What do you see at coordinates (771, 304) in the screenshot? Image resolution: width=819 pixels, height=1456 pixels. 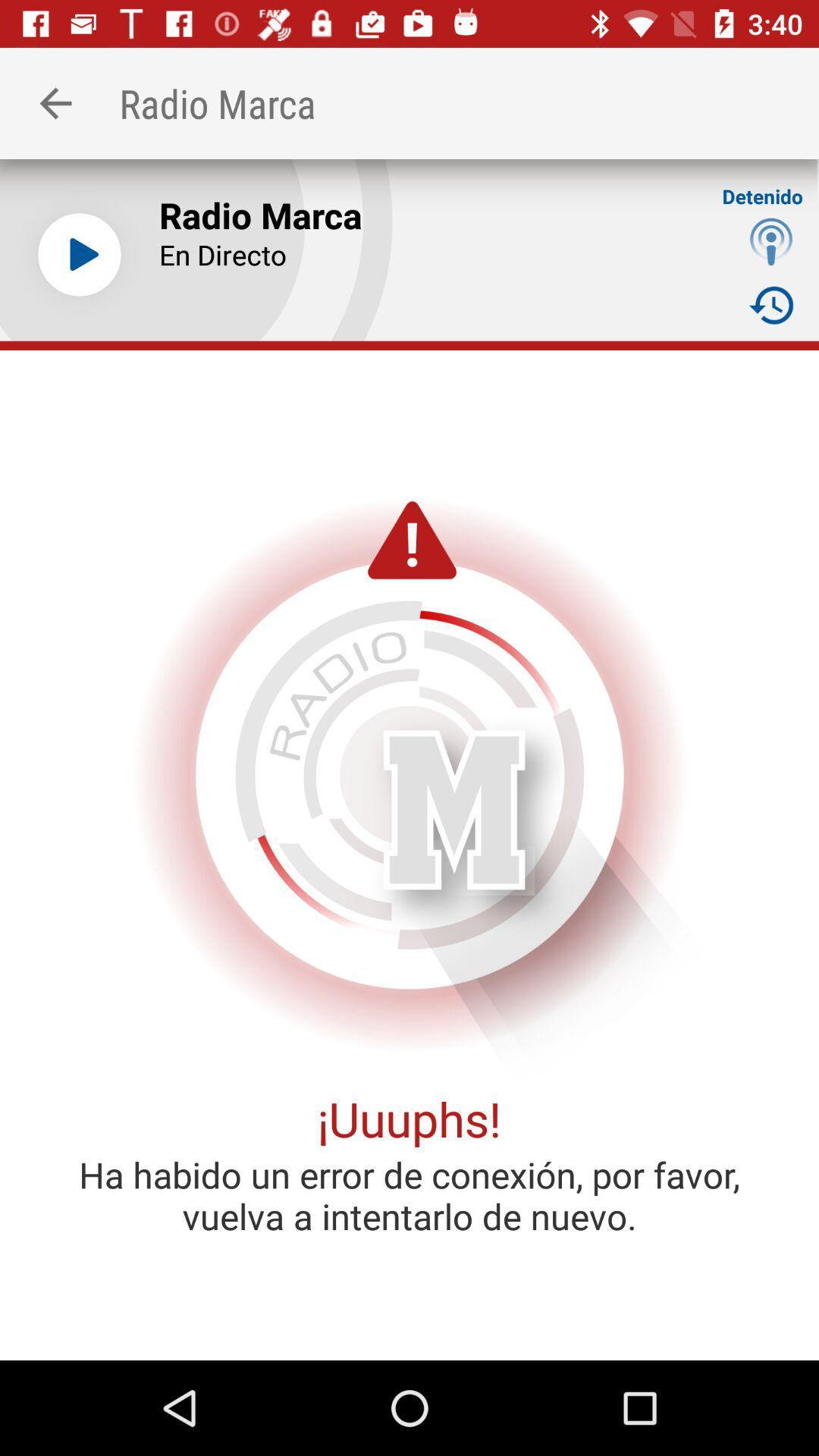 I see `the item next to the en directo` at bounding box center [771, 304].